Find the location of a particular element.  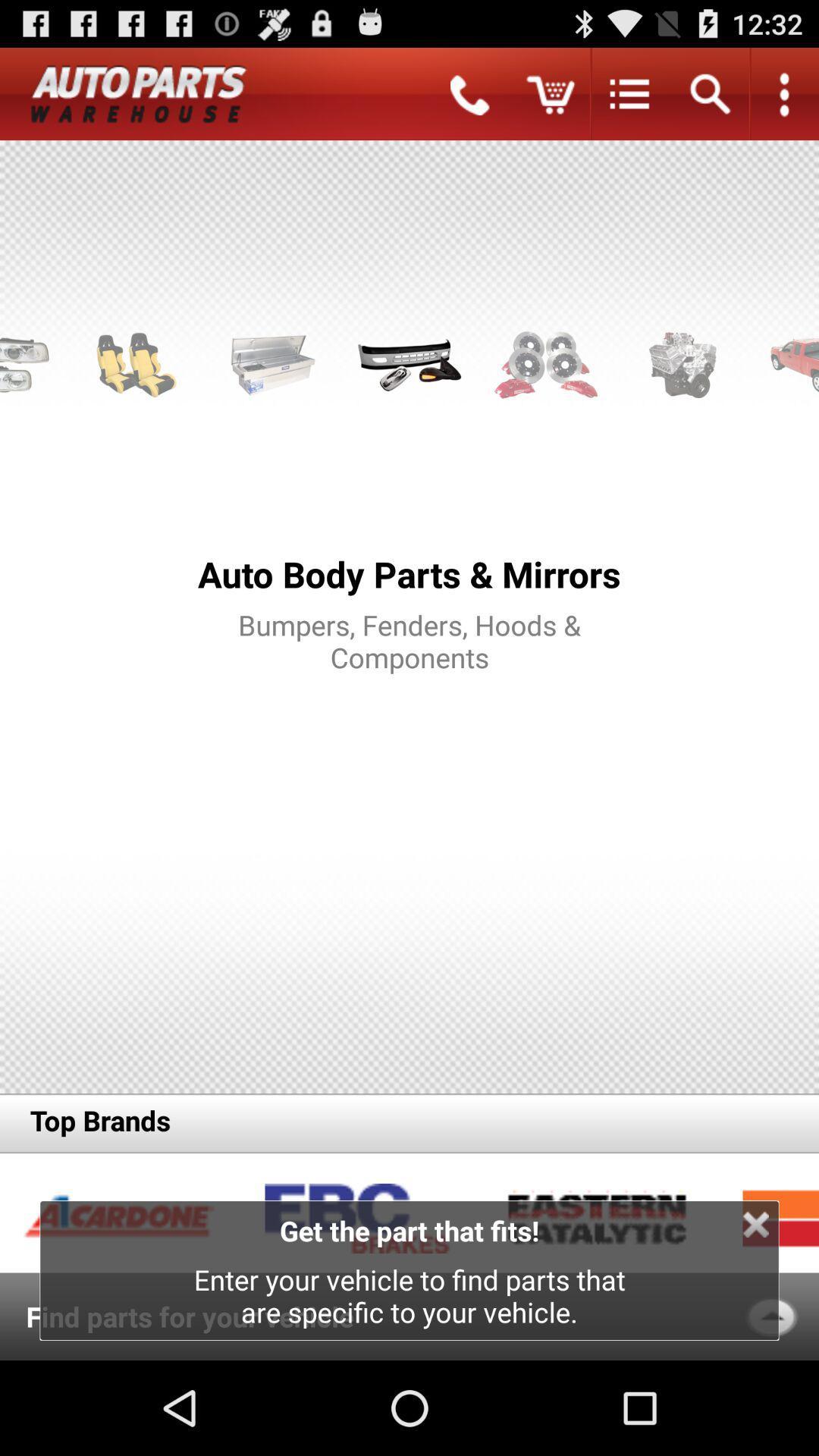

the close icon is located at coordinates (755, 1314).